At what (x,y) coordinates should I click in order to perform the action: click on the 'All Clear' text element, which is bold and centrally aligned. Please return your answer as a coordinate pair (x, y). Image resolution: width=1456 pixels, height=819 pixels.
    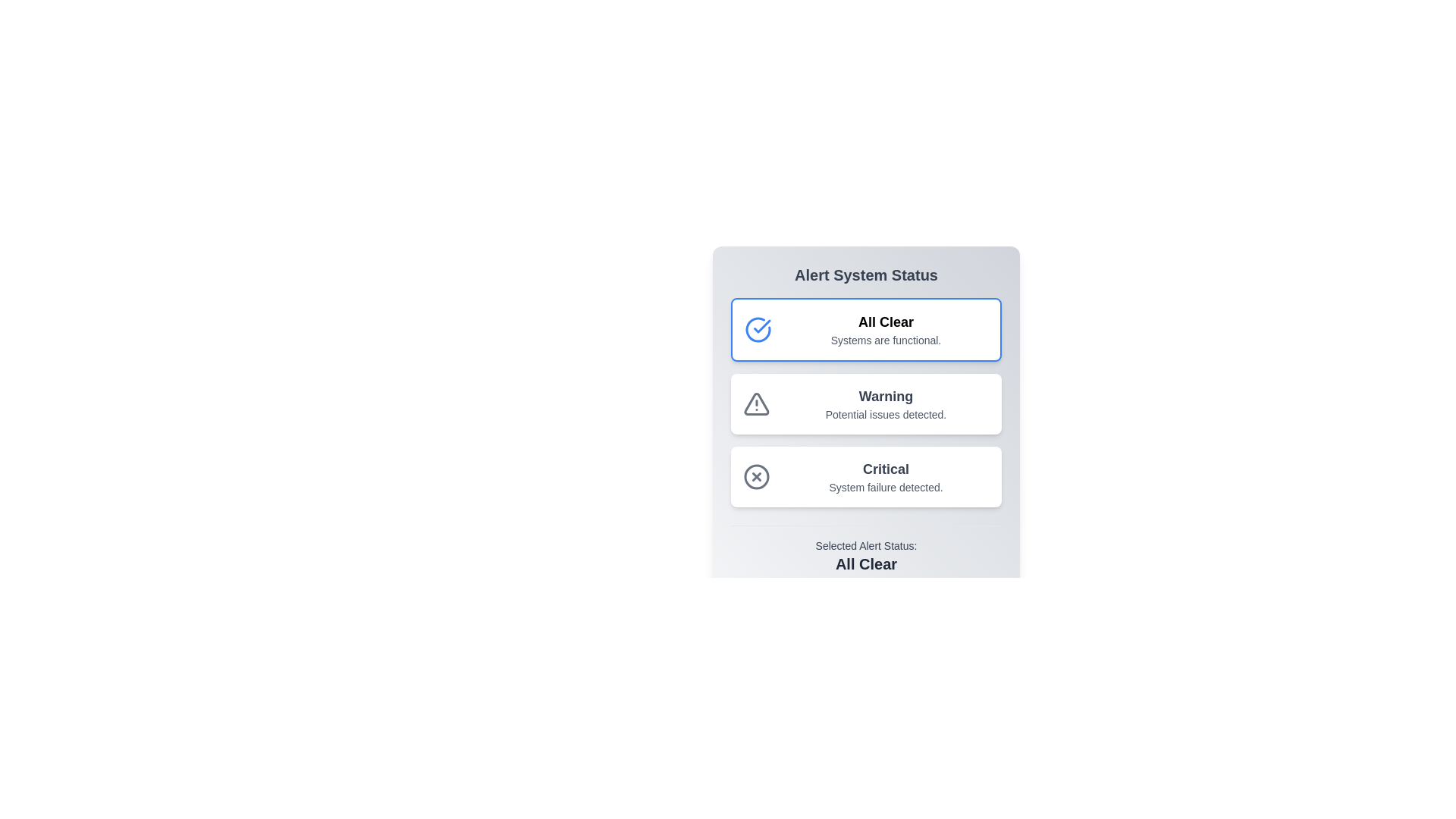
    Looking at the image, I should click on (886, 321).